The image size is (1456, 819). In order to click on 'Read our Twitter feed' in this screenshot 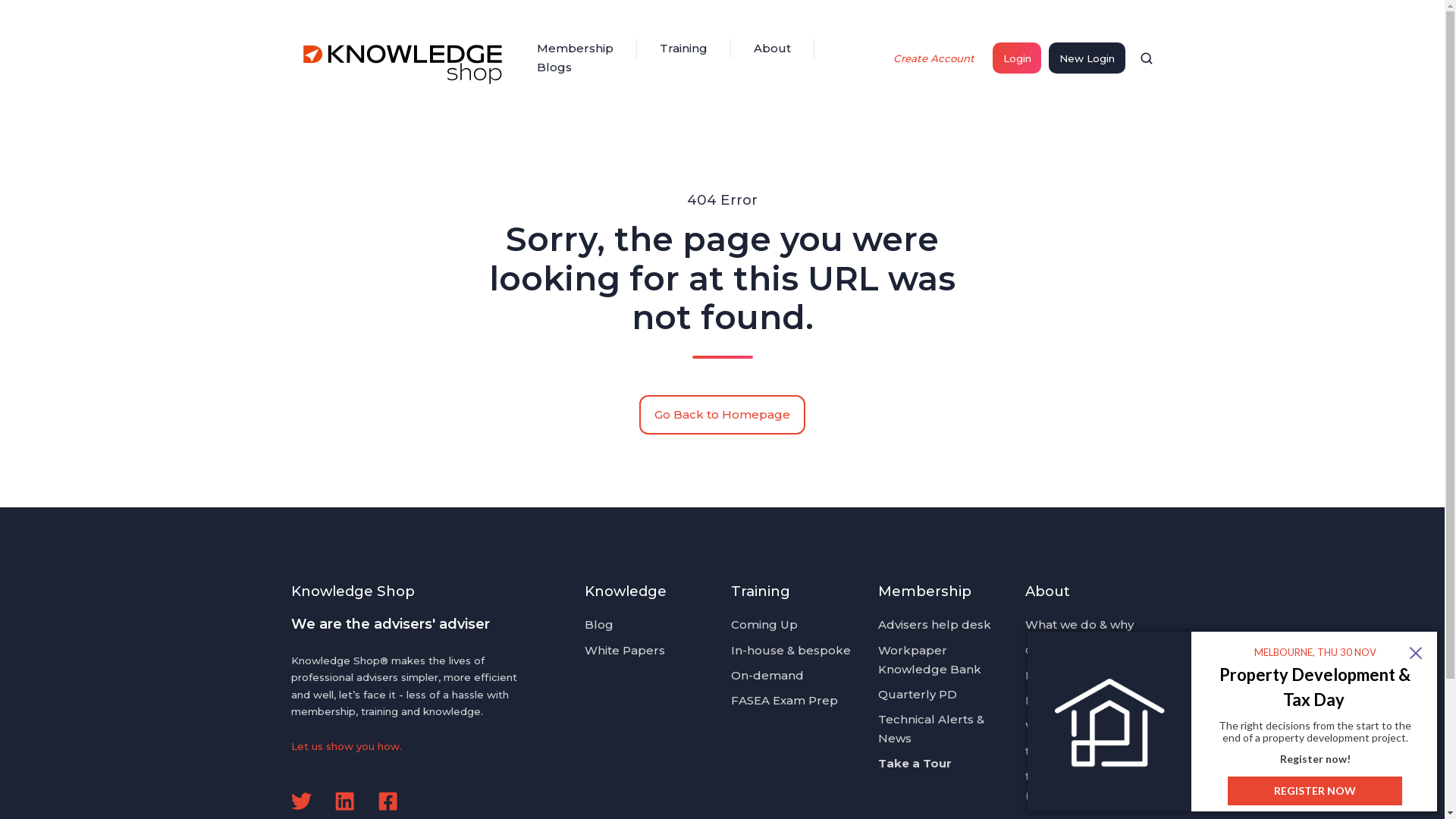, I will do `click(301, 800)`.